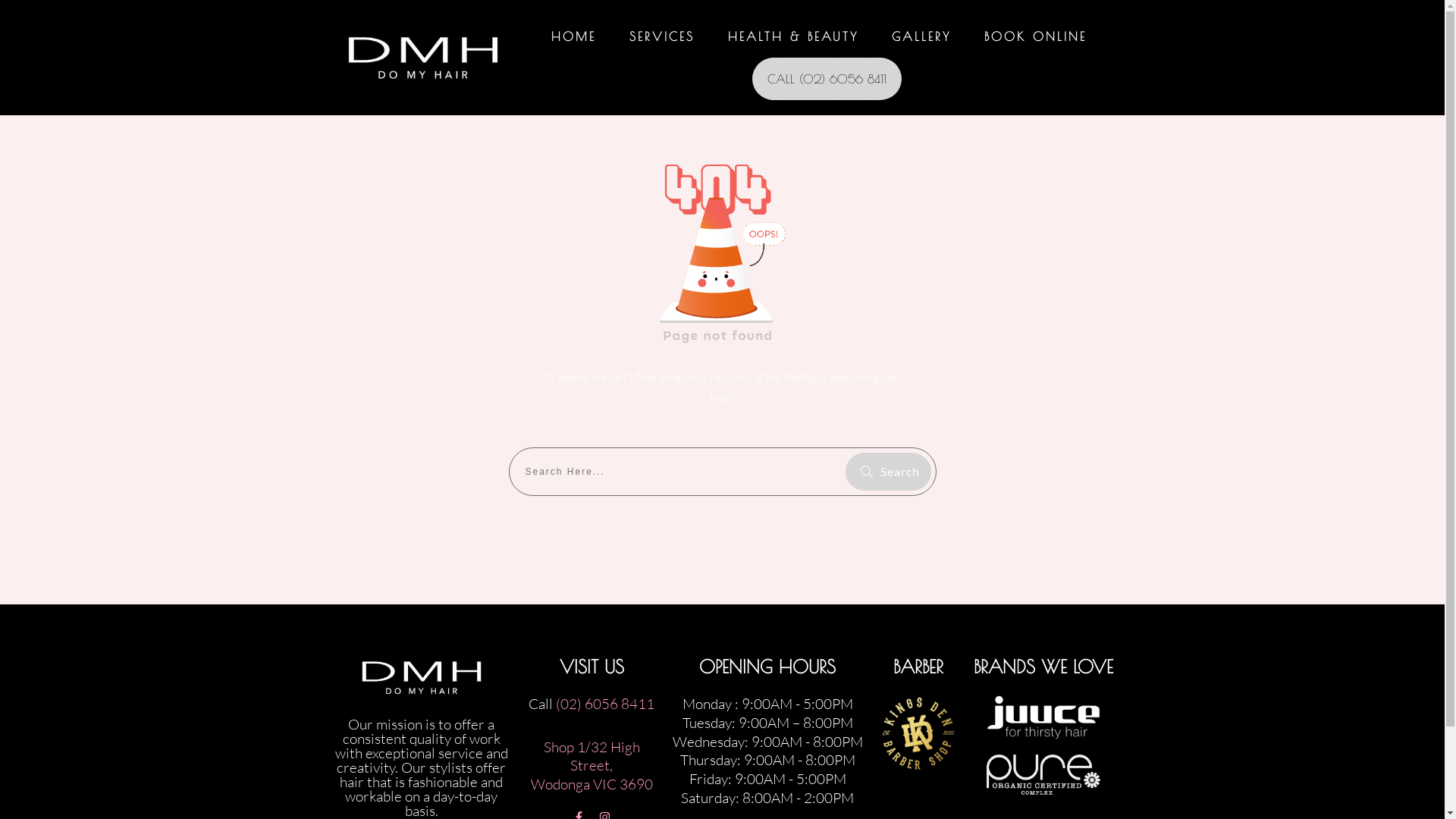 This screenshot has height=819, width=1456. I want to click on 'SERVICES', so click(662, 35).